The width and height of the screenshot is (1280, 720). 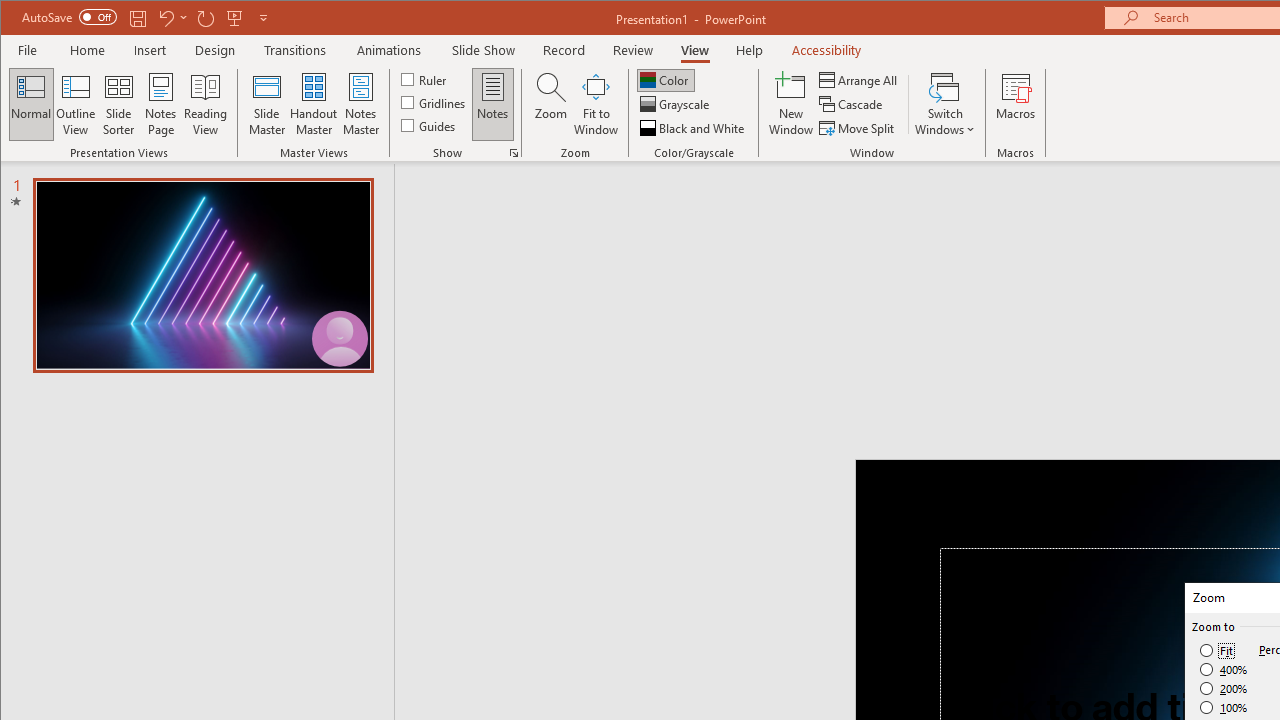 I want to click on 'Move Split', so click(x=858, y=128).